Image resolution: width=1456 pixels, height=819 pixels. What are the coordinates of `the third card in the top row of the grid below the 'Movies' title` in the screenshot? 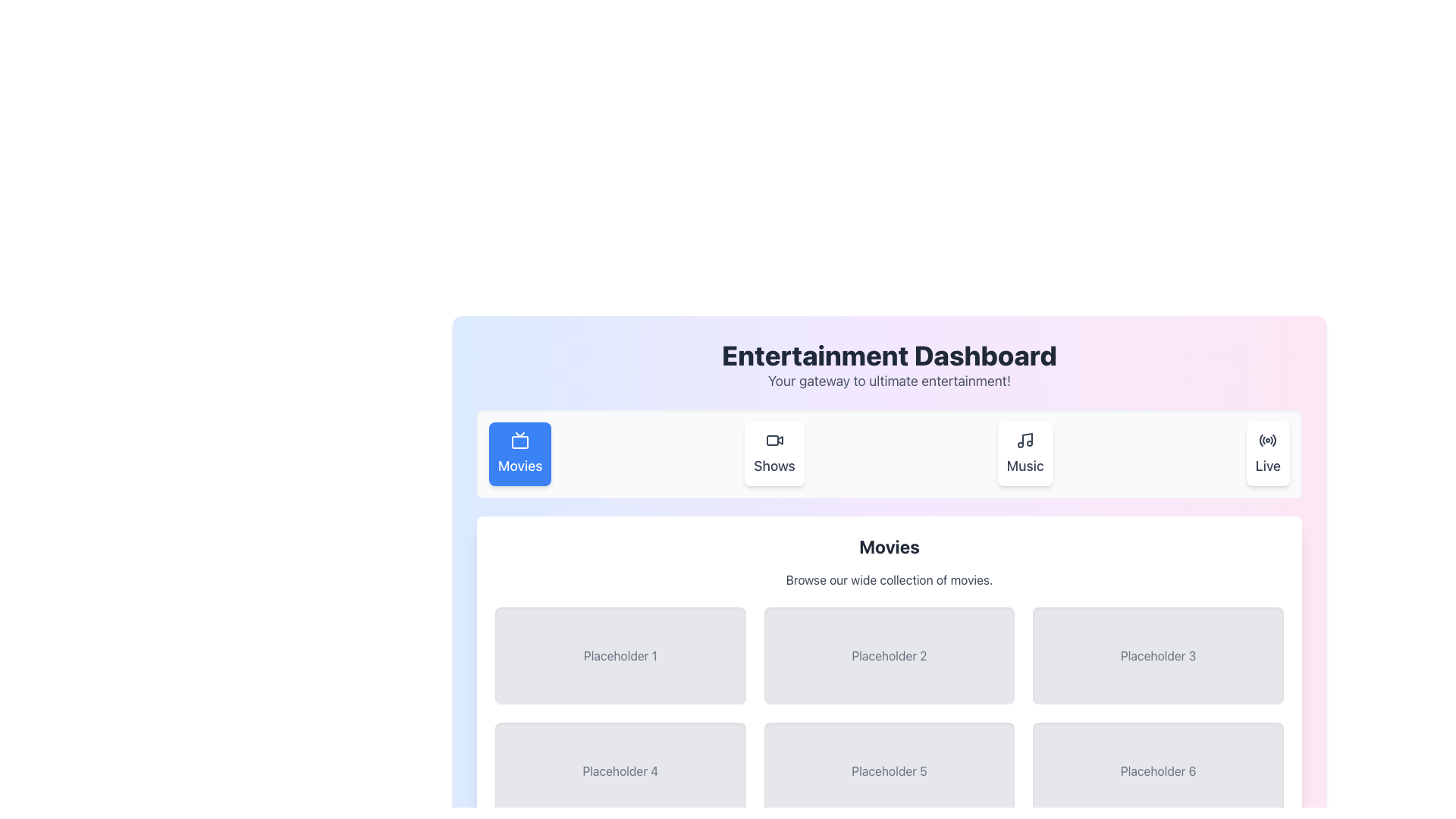 It's located at (1157, 654).